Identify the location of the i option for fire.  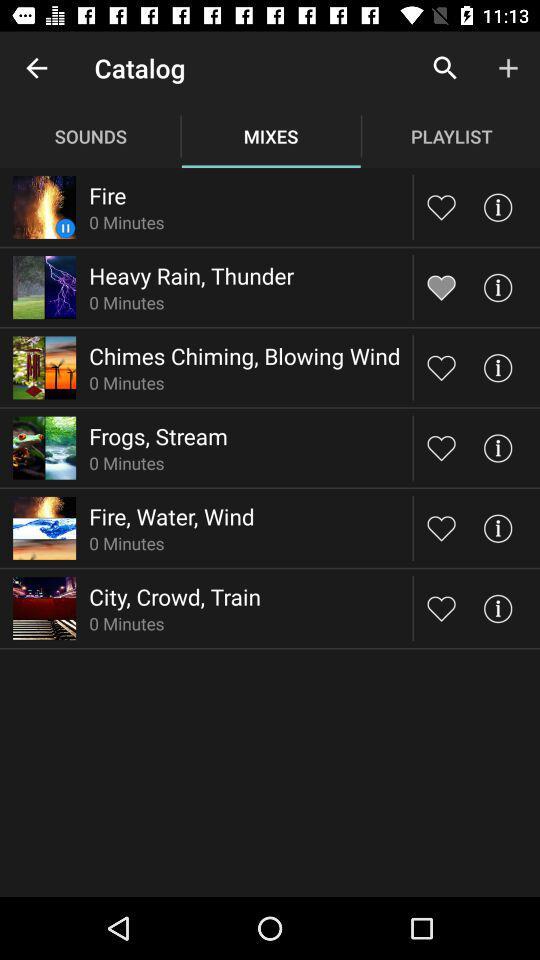
(496, 207).